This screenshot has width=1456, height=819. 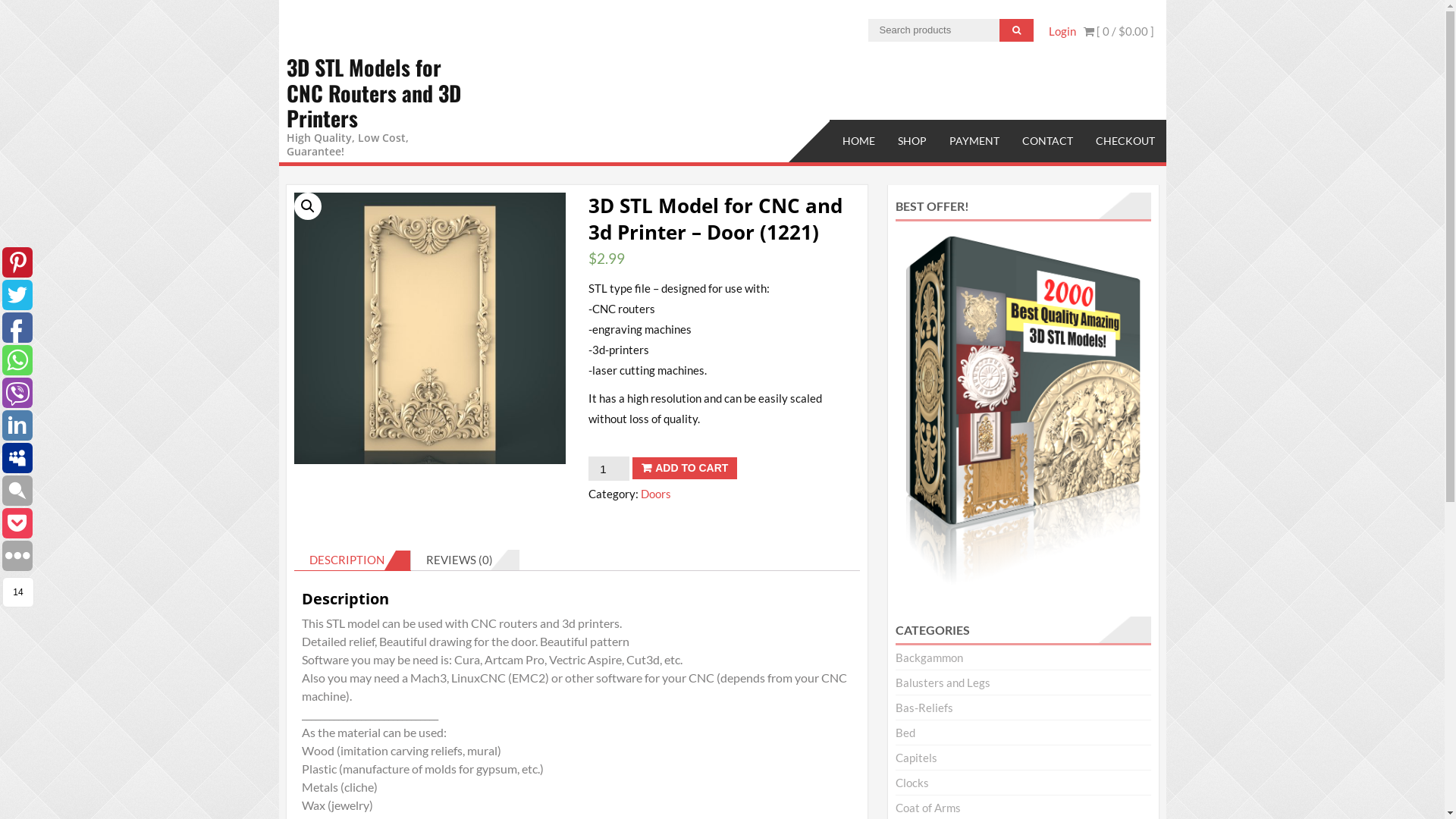 I want to click on 'Capitels', so click(x=915, y=758).